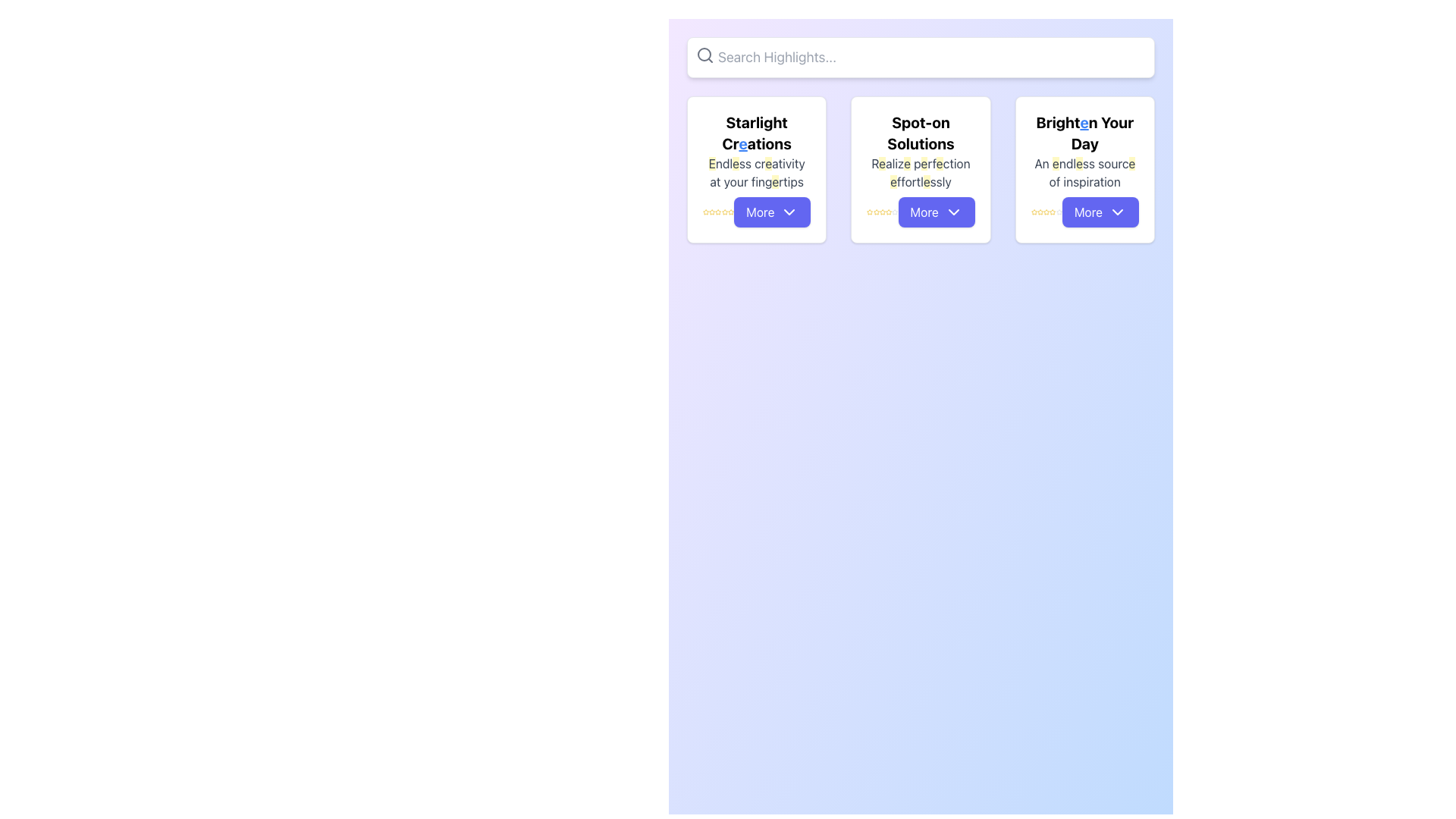 This screenshot has height=819, width=1456. Describe the element at coordinates (757, 171) in the screenshot. I see `the static text located within the leftmost card titled 'Starlight Creations', positioned above the More button and below the main label, which reads 'Endless creativity at your fingertips'` at that location.